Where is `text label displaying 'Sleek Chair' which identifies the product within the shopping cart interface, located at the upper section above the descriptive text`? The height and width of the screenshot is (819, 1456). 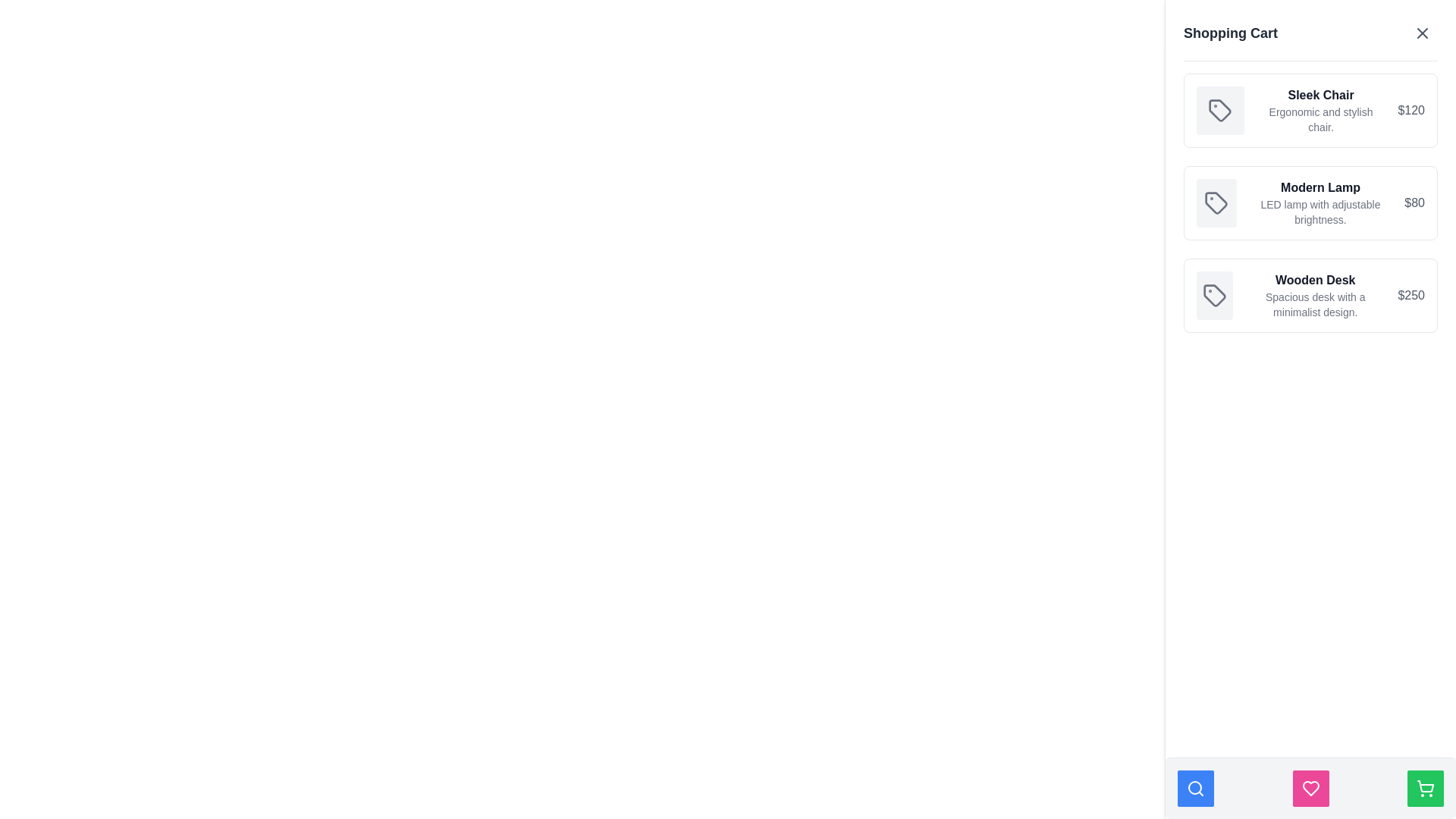
text label displaying 'Sleek Chair' which identifies the product within the shopping cart interface, located at the upper section above the descriptive text is located at coordinates (1320, 96).